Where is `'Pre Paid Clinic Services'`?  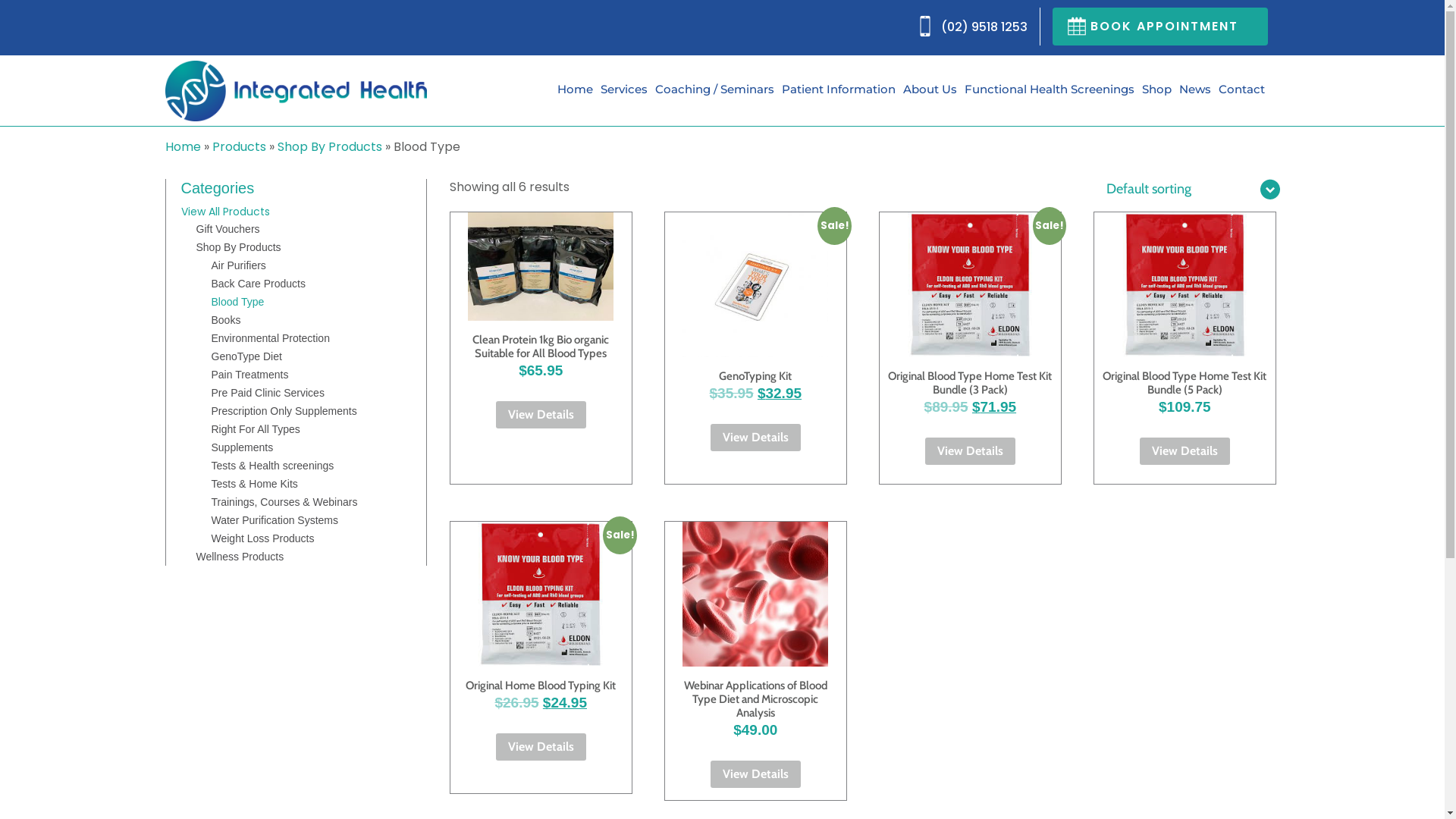
'Pre Paid Clinic Services' is located at coordinates (210, 391).